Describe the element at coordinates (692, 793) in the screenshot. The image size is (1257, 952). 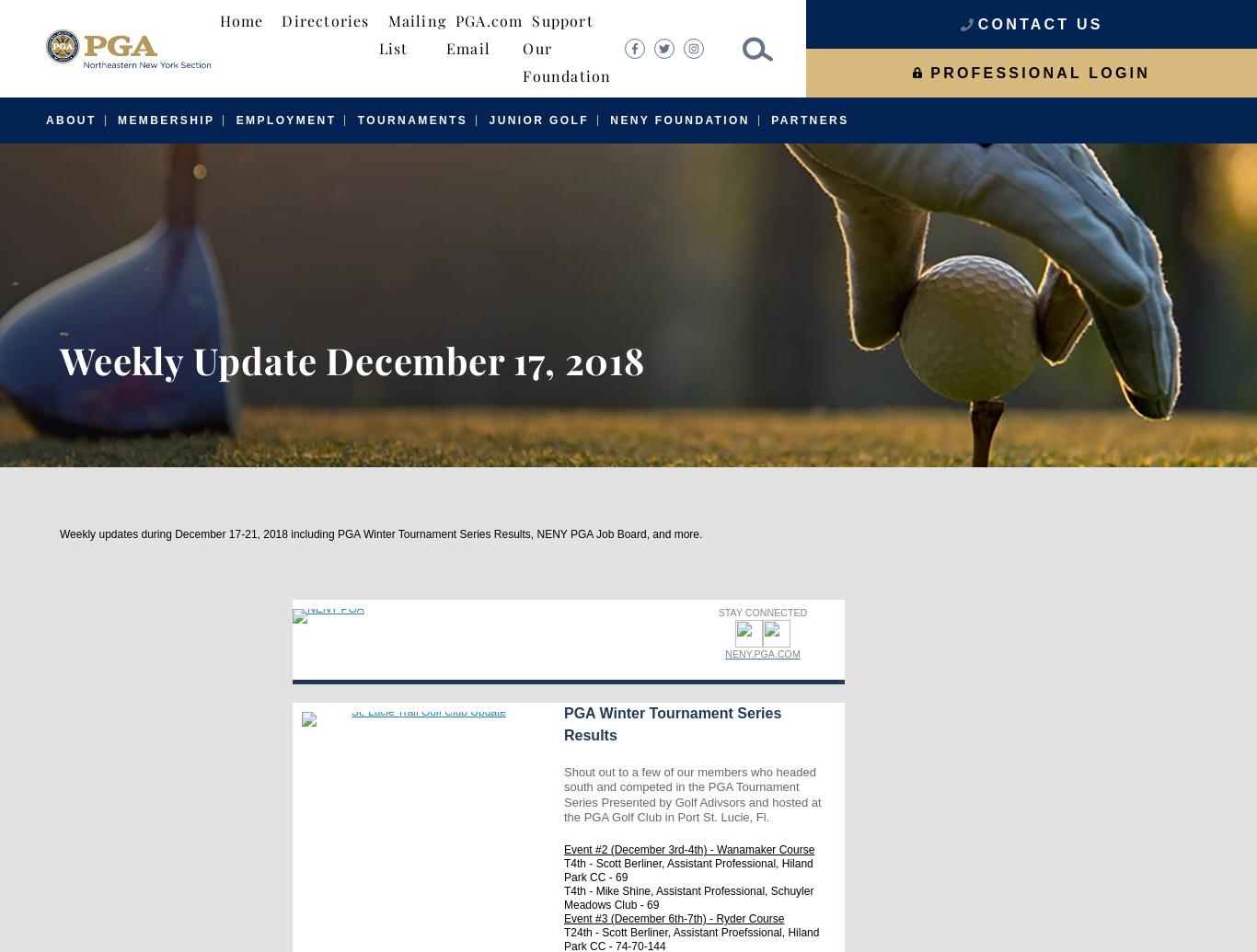
I see `'Shout out to a few of our members who headed south and competed in the PGA Tournament Series Presented by Golf Adivsors and hosted at the PGA Golf Club in Port St. Lucie, Fl.'` at that location.